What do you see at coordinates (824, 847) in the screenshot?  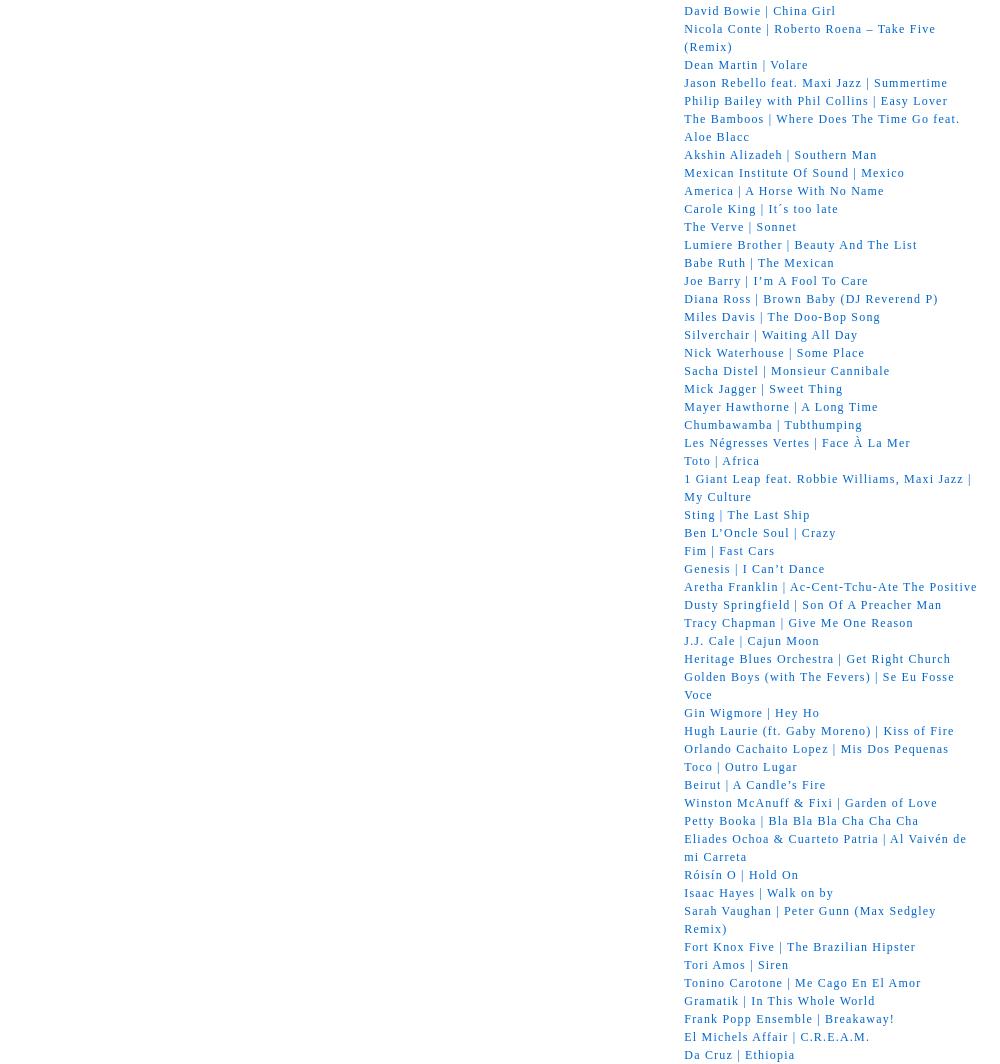 I see `'Eliades Ochoa & Cuarteto Patria | Al Vaivén de mi Carreta'` at bounding box center [824, 847].